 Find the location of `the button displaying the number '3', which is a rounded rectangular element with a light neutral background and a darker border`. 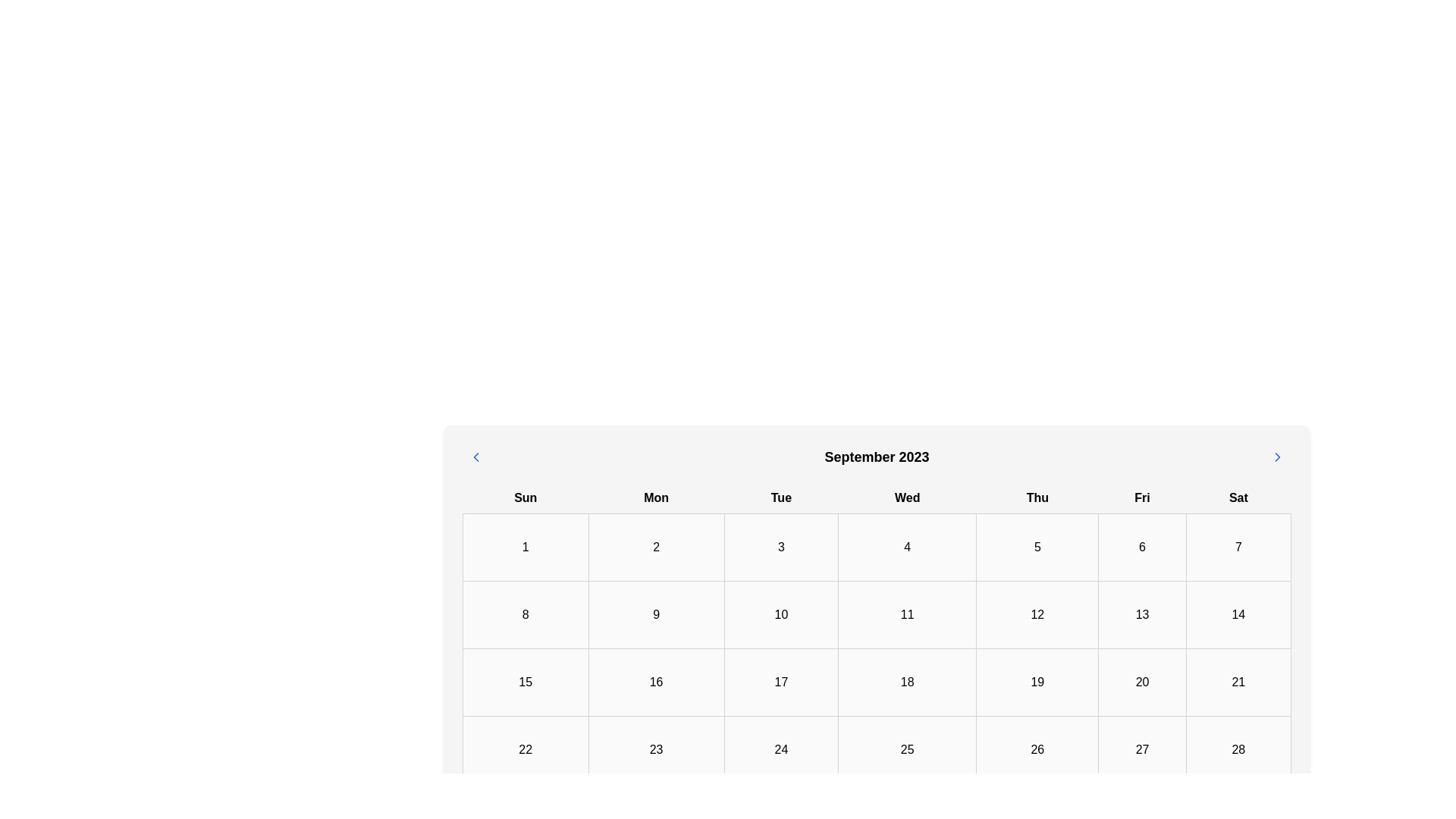

the button displaying the number '3', which is a rounded rectangular element with a light neutral background and a darker border is located at coordinates (781, 547).